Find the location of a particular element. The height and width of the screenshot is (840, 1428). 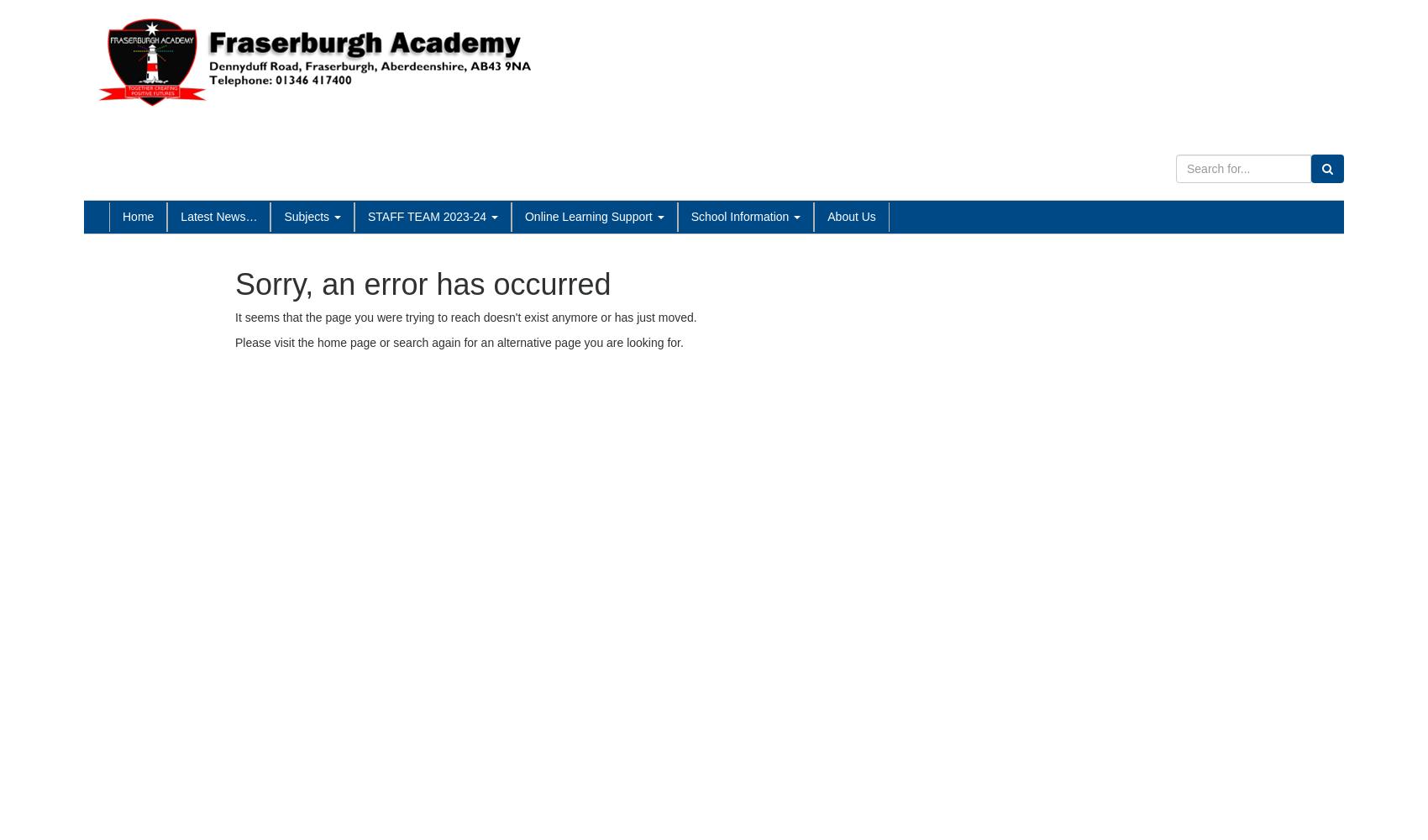

'It seems that the page you were trying to reach doesn't exist anymore or has just moved.' is located at coordinates (234, 318).